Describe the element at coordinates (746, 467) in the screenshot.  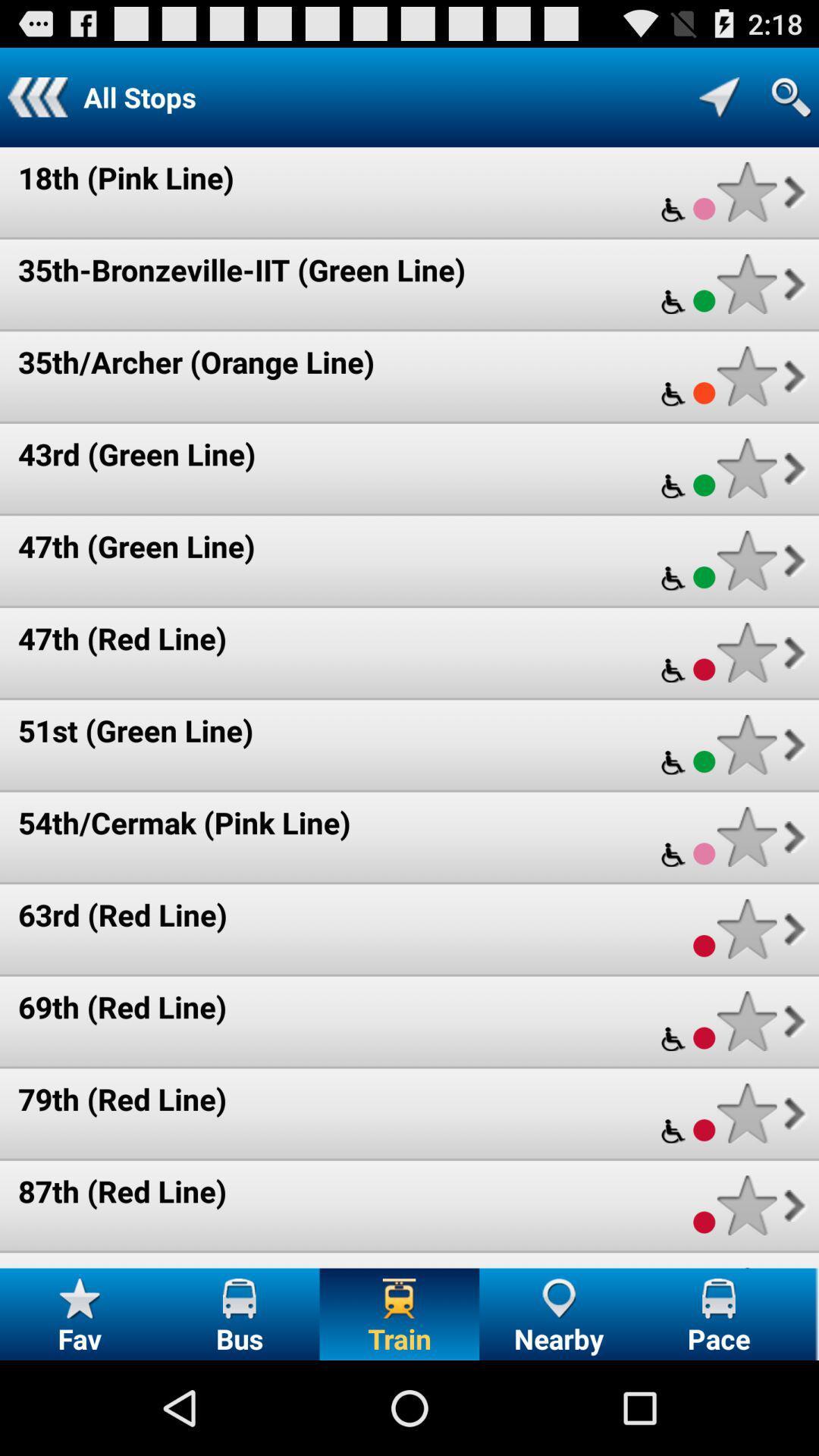
I see `rate your experience` at that location.